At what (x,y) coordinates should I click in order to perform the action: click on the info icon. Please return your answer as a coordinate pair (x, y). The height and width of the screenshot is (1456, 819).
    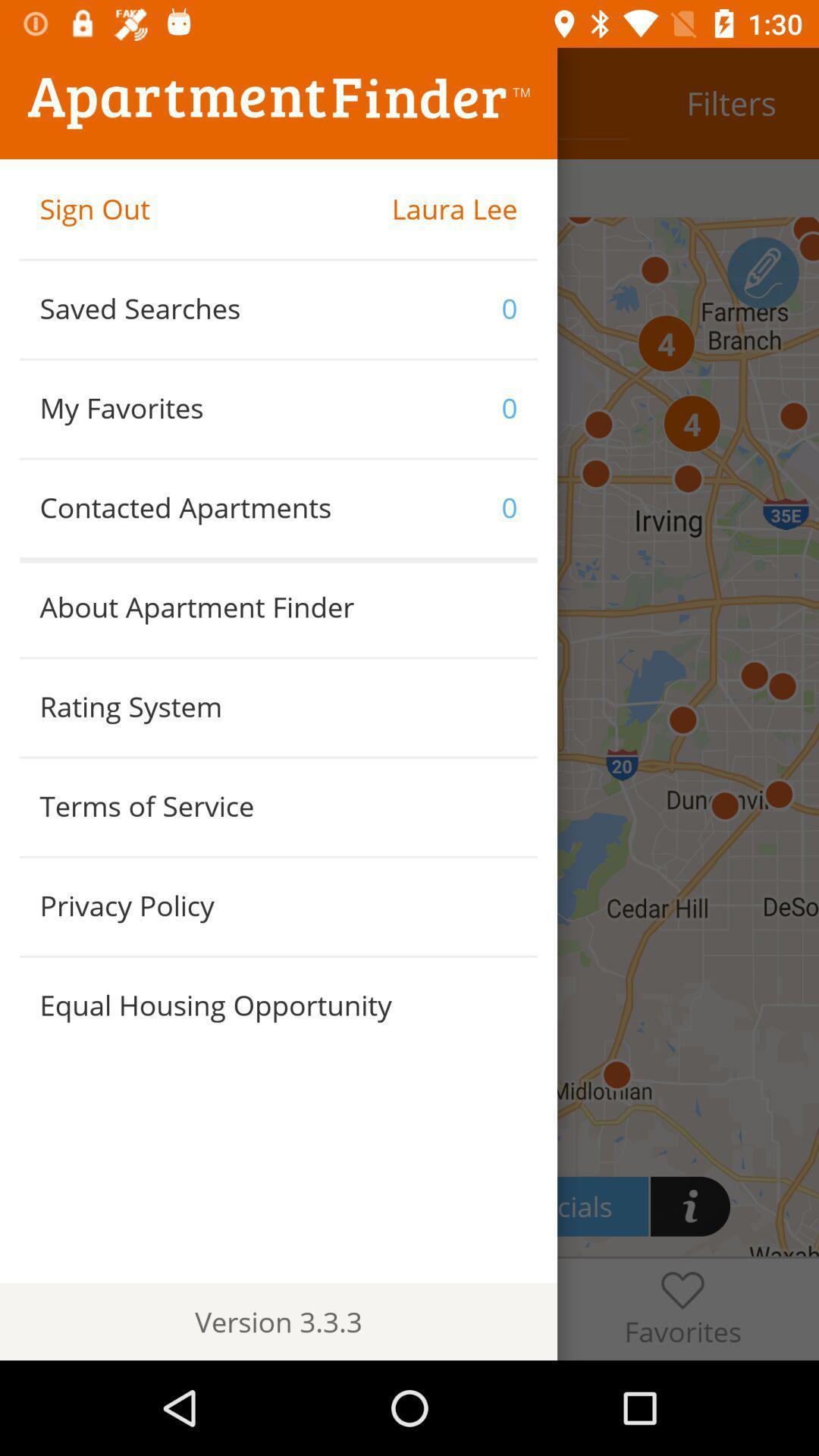
    Looking at the image, I should click on (690, 1205).